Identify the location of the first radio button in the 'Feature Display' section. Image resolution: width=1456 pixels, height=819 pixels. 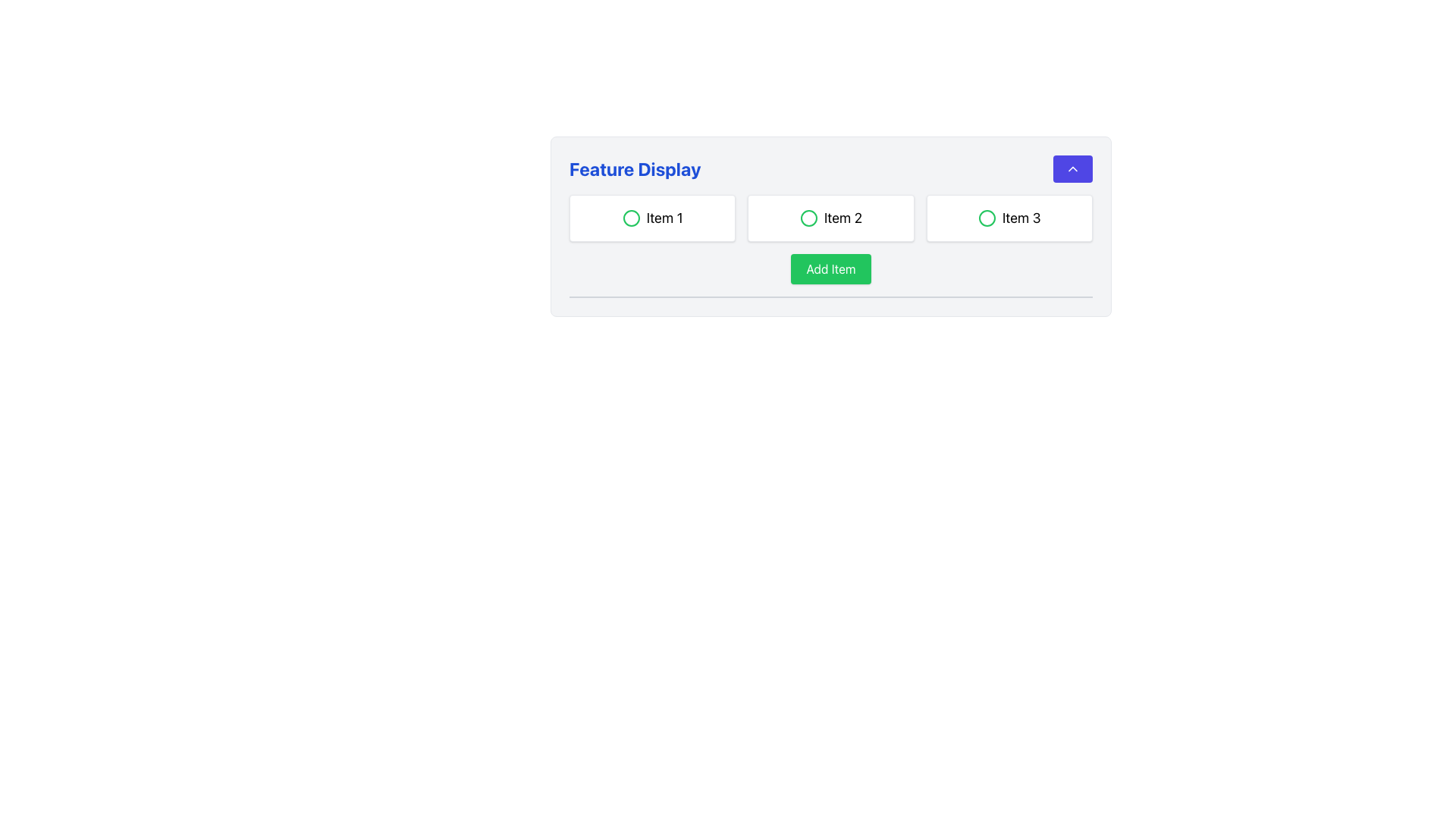
(631, 218).